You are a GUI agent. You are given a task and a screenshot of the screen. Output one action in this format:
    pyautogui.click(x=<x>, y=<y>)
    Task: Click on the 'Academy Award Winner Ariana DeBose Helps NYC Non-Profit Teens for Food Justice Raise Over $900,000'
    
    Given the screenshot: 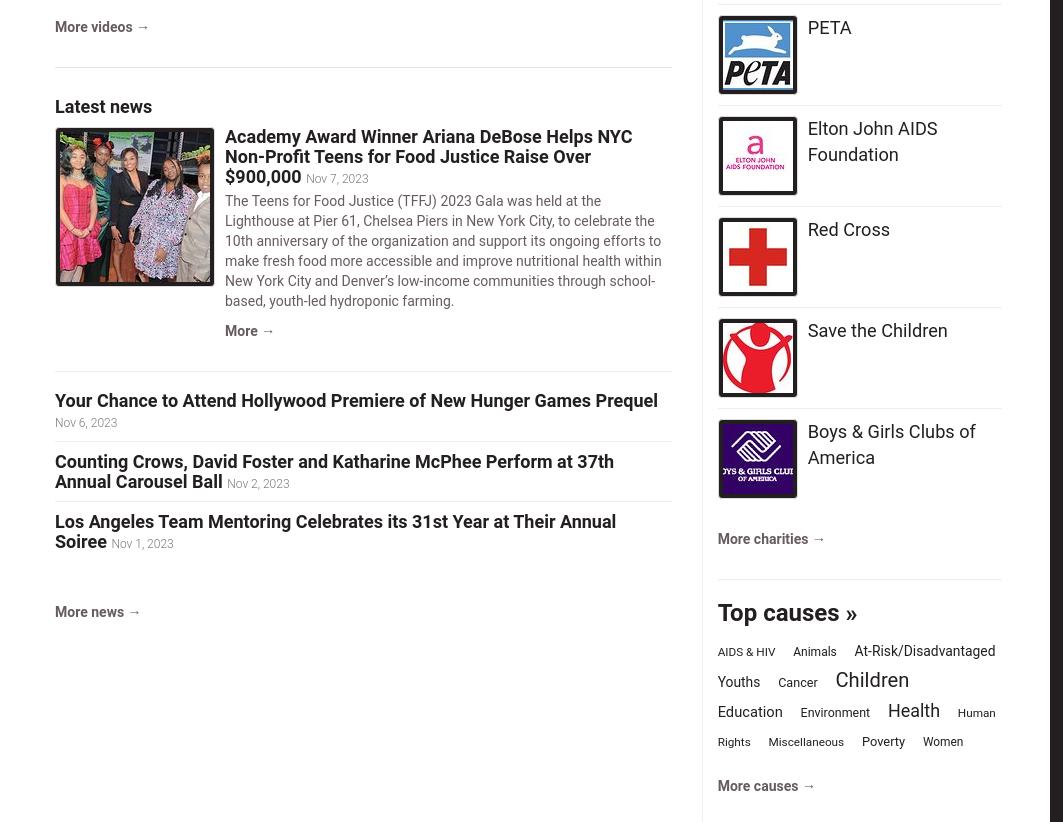 What is the action you would take?
    pyautogui.click(x=428, y=155)
    